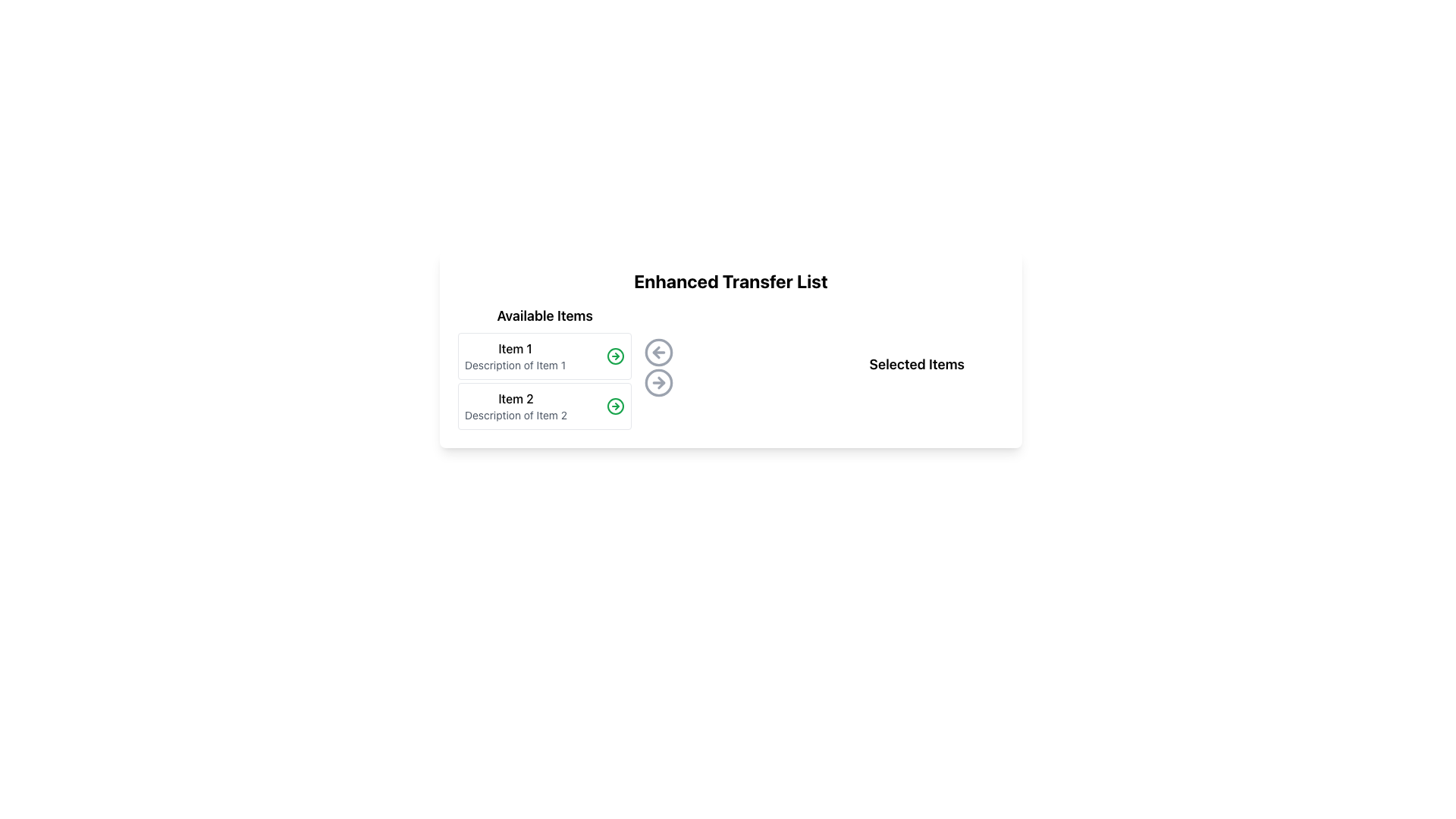 The width and height of the screenshot is (1456, 819). Describe the element at coordinates (544, 406) in the screenshot. I see `the keyboard shortcut` at that location.